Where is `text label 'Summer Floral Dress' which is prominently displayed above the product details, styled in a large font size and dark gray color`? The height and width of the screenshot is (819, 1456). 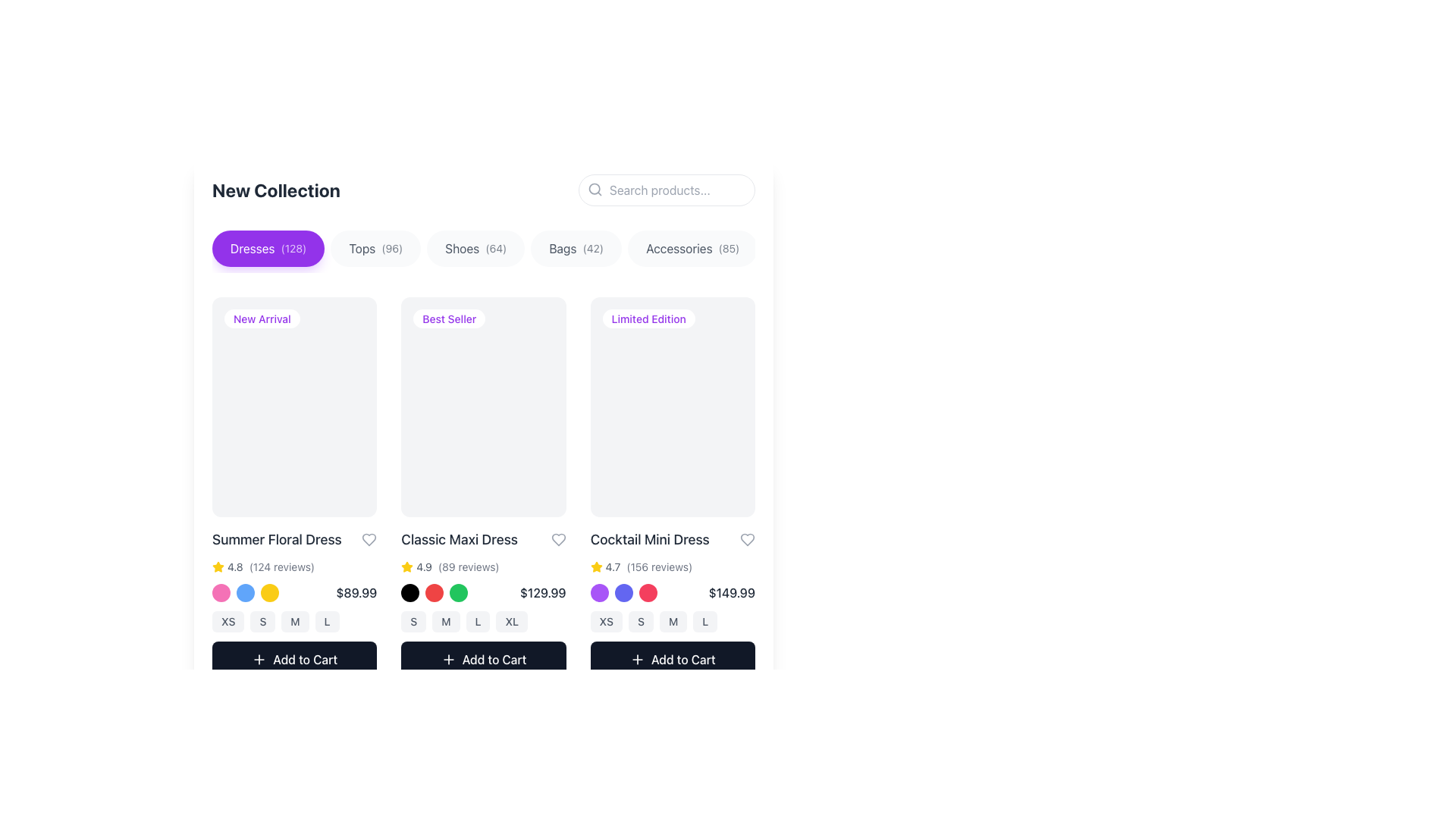
text label 'Summer Floral Dress' which is prominently displayed above the product details, styled in a large font size and dark gray color is located at coordinates (277, 538).